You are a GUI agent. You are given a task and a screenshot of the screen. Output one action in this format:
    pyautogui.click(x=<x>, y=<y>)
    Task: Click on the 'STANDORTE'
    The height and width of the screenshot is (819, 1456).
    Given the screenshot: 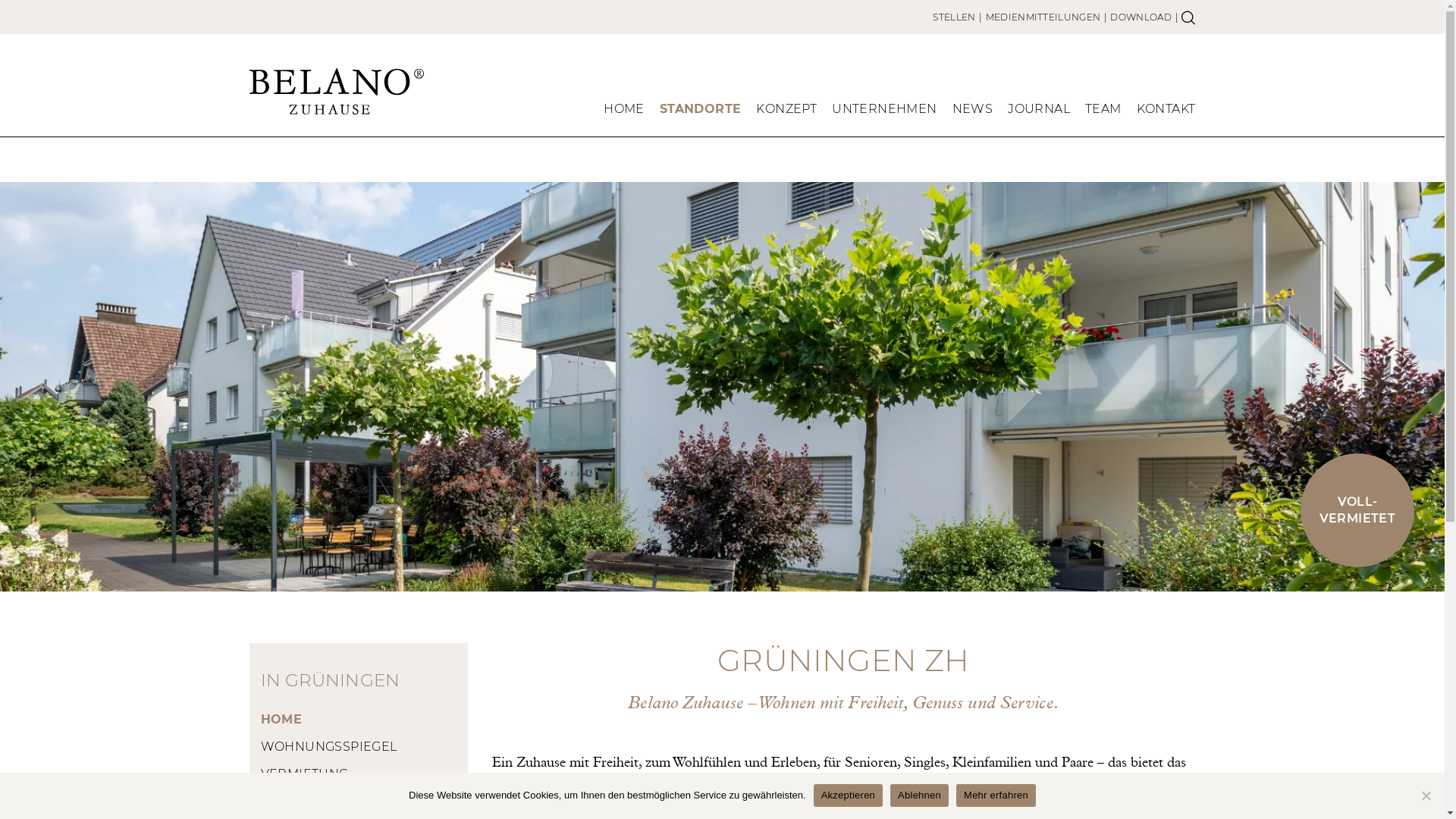 What is the action you would take?
    pyautogui.click(x=700, y=111)
    